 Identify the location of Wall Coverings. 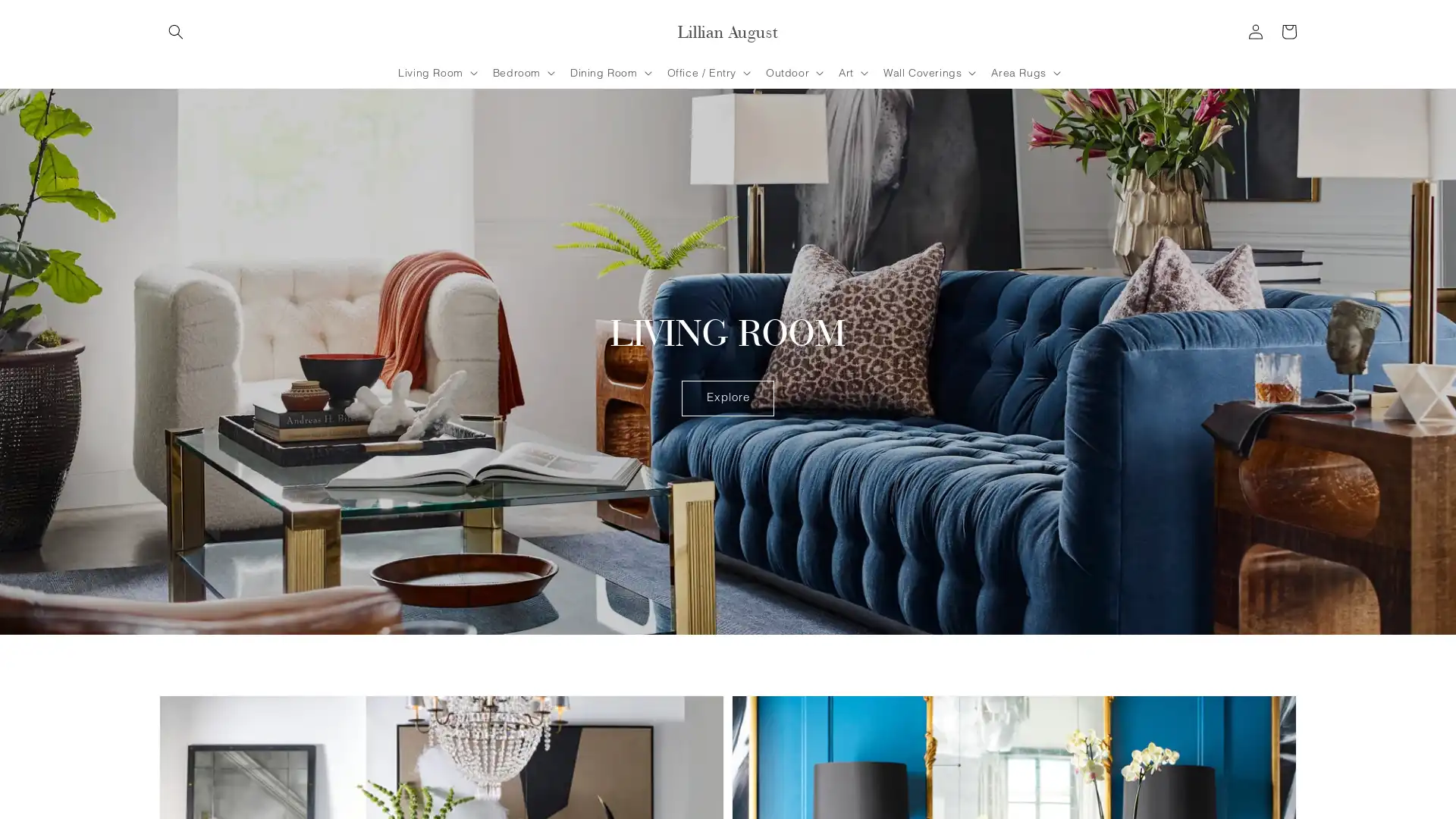
(927, 72).